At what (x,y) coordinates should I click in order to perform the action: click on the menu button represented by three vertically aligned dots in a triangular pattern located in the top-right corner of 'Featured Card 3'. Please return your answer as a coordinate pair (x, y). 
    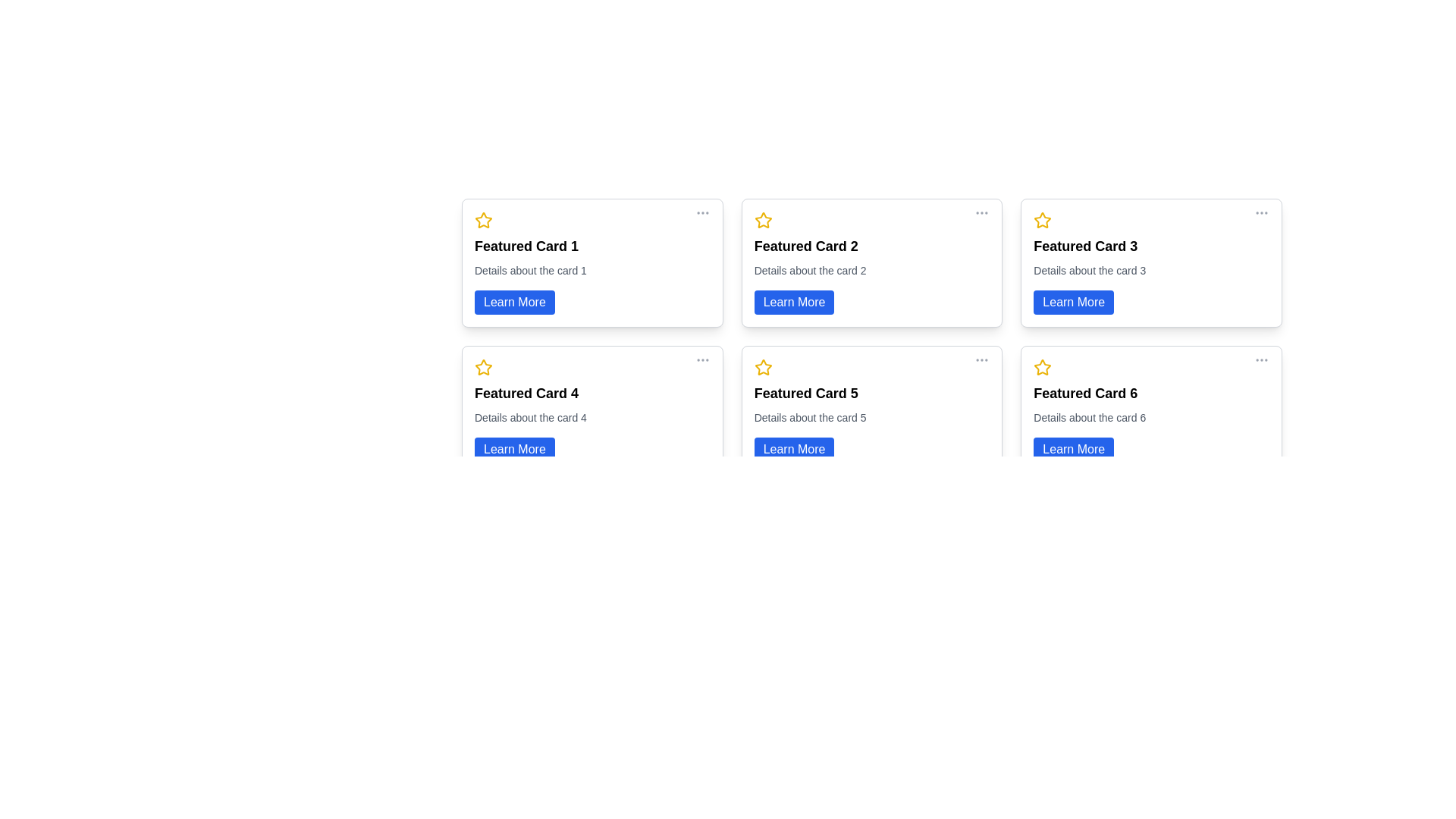
    Looking at the image, I should click on (1262, 213).